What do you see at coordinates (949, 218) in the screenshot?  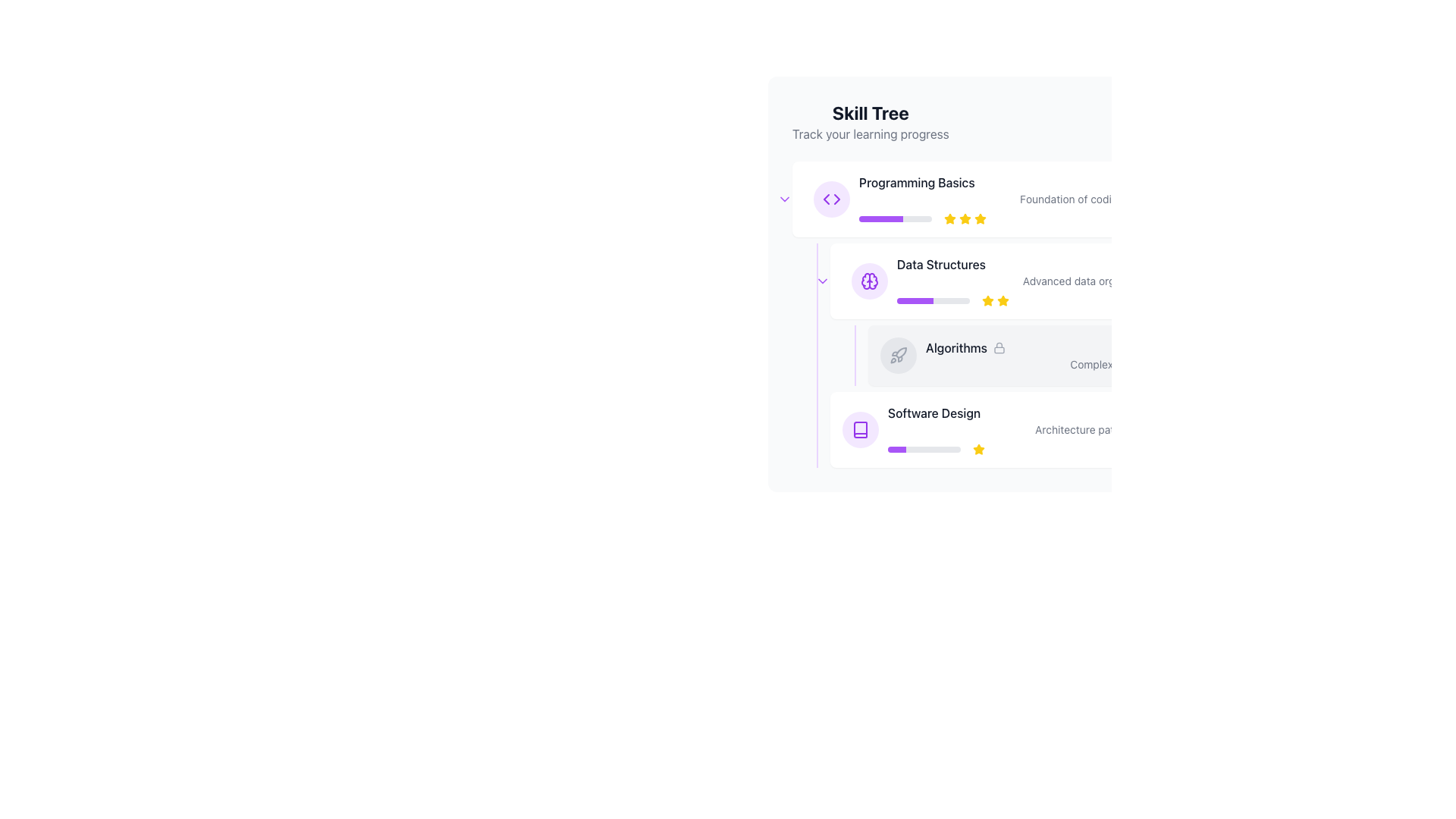 I see `the first yellow rating star in the Programming Basics section` at bounding box center [949, 218].